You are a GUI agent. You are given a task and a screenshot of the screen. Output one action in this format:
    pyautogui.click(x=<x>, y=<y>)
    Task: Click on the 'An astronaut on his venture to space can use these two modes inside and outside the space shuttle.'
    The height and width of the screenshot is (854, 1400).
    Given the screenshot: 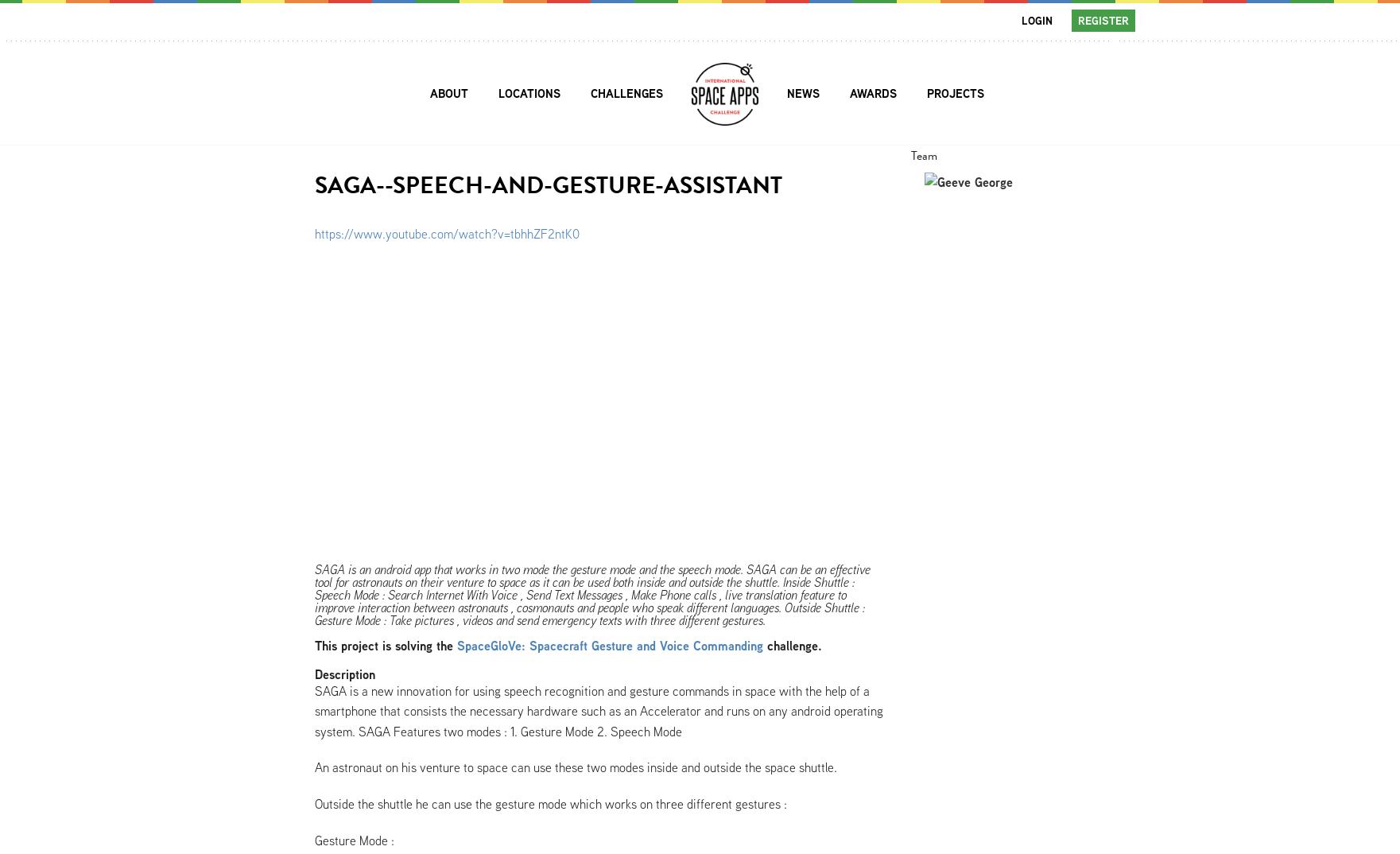 What is the action you would take?
    pyautogui.click(x=575, y=767)
    